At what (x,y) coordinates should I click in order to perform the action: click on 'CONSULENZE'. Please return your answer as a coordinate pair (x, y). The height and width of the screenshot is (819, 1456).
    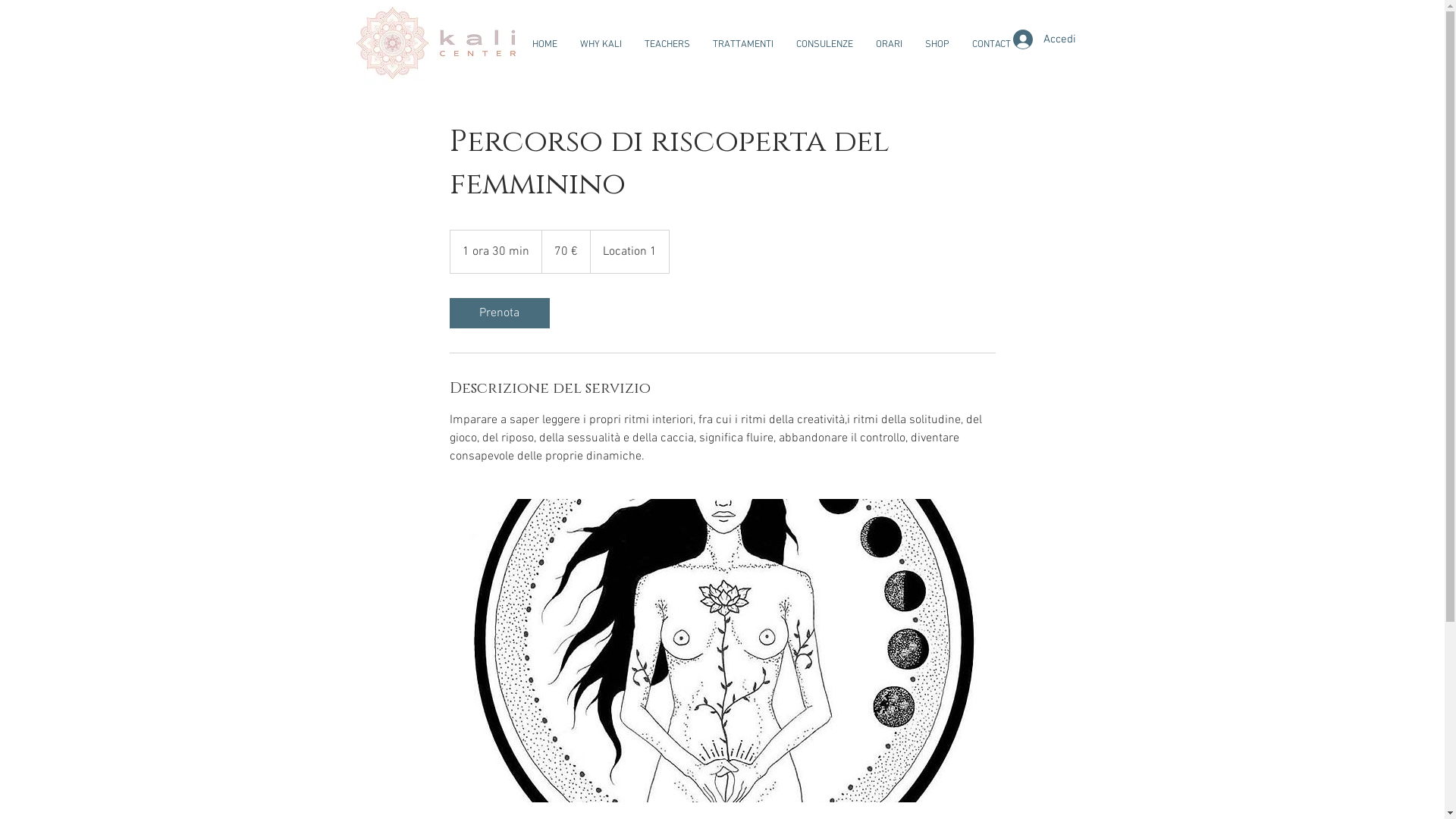
    Looking at the image, I should click on (783, 43).